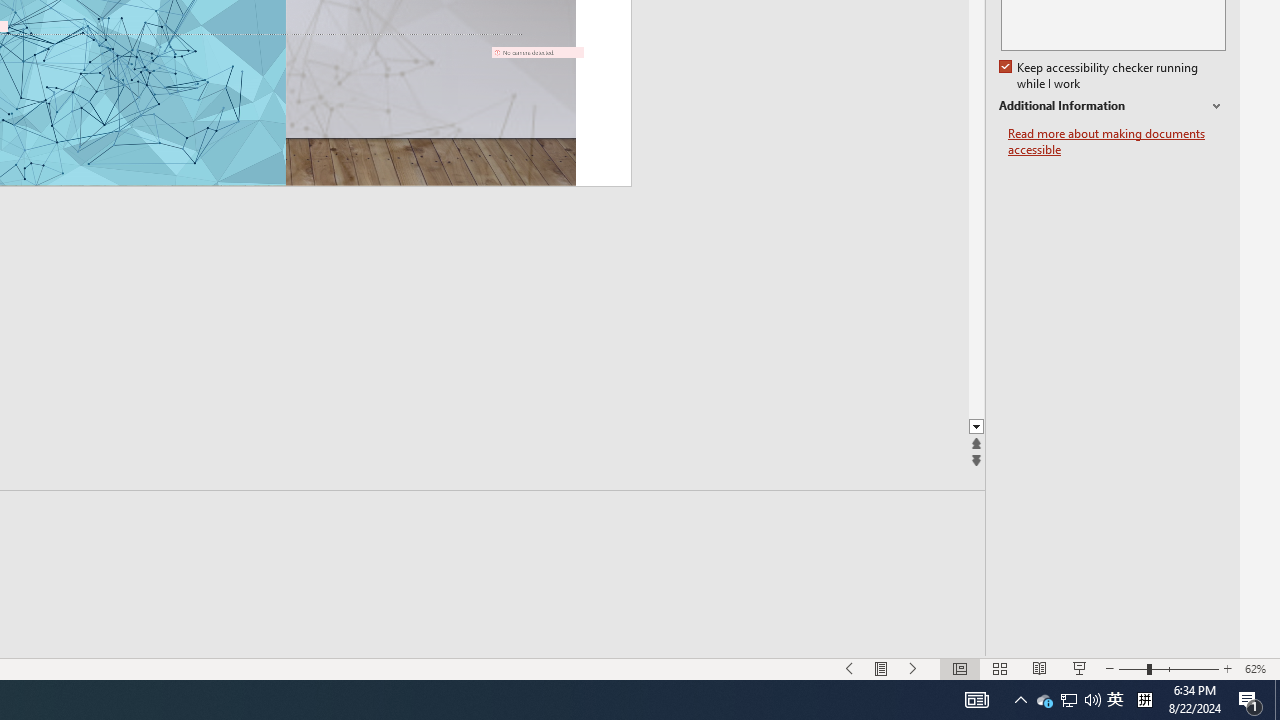 This screenshot has height=720, width=1280. Describe the element at coordinates (850, 669) in the screenshot. I see `'Slide Show Previous On'` at that location.